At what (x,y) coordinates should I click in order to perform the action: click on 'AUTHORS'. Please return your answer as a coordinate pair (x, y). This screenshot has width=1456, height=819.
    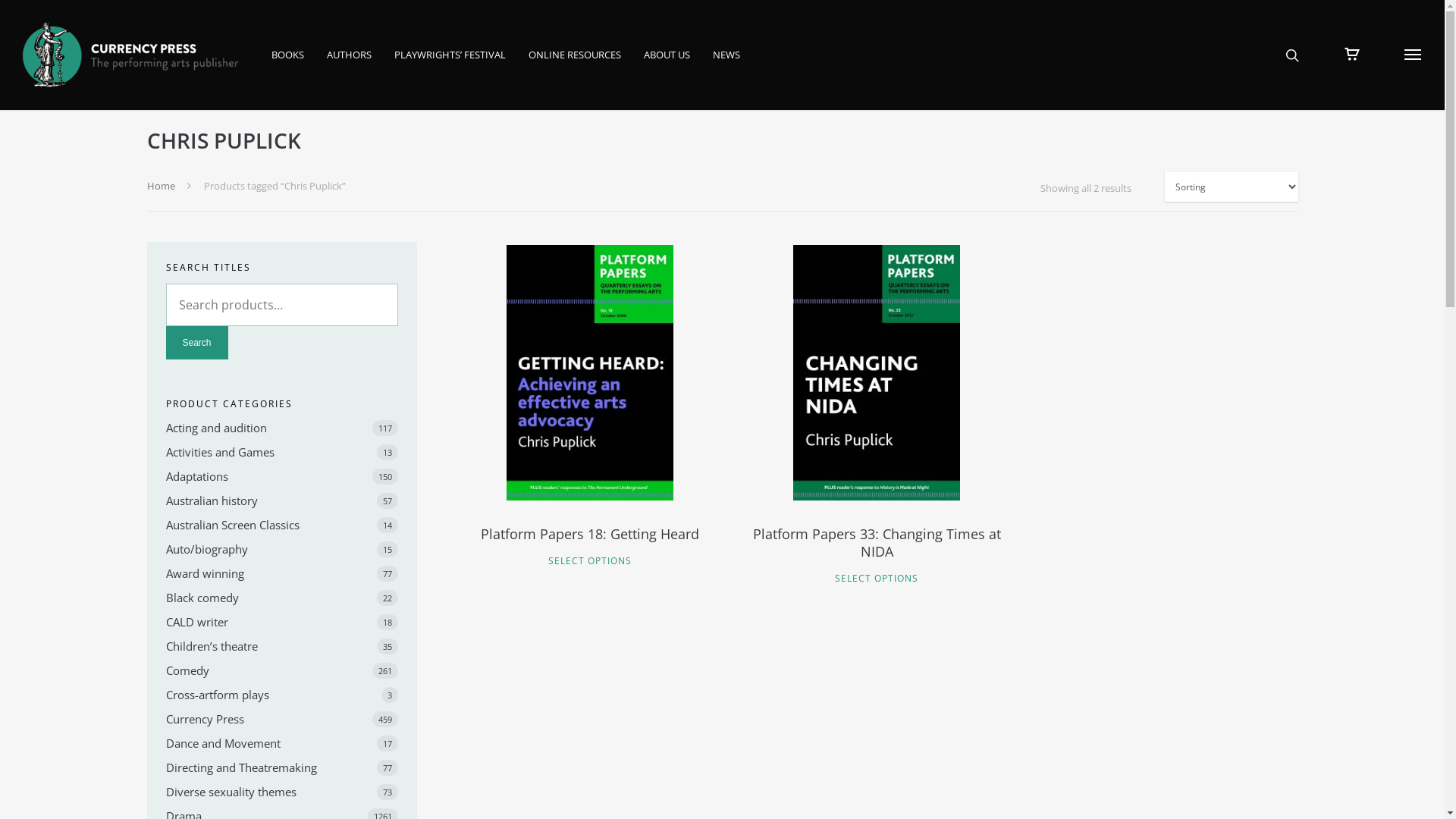
    Looking at the image, I should click on (326, 64).